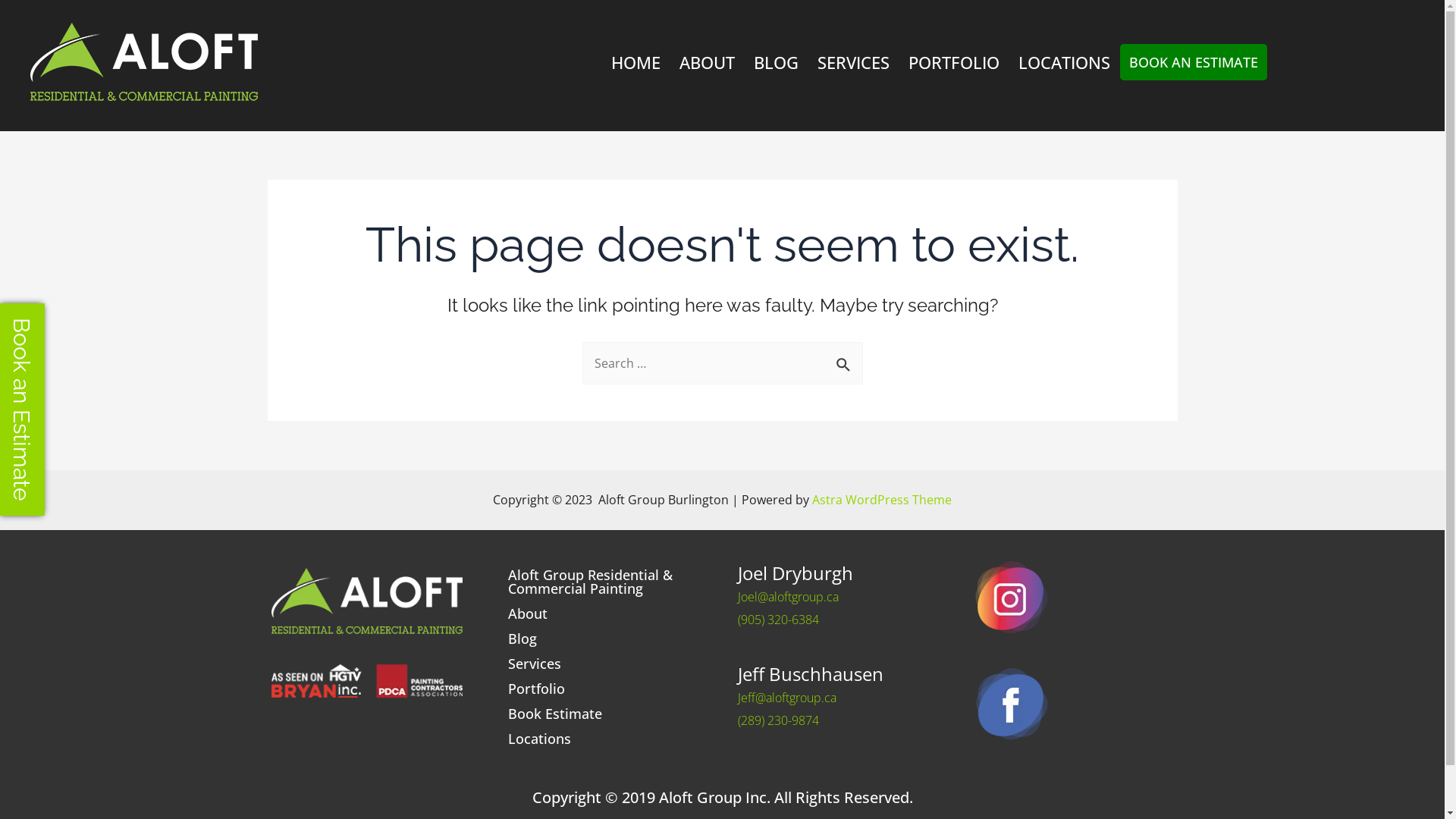 This screenshot has width=1456, height=819. Describe the element at coordinates (271, 600) in the screenshot. I see `'aloft_hor_withtaglinegreen_rev_2col_300px'` at that location.